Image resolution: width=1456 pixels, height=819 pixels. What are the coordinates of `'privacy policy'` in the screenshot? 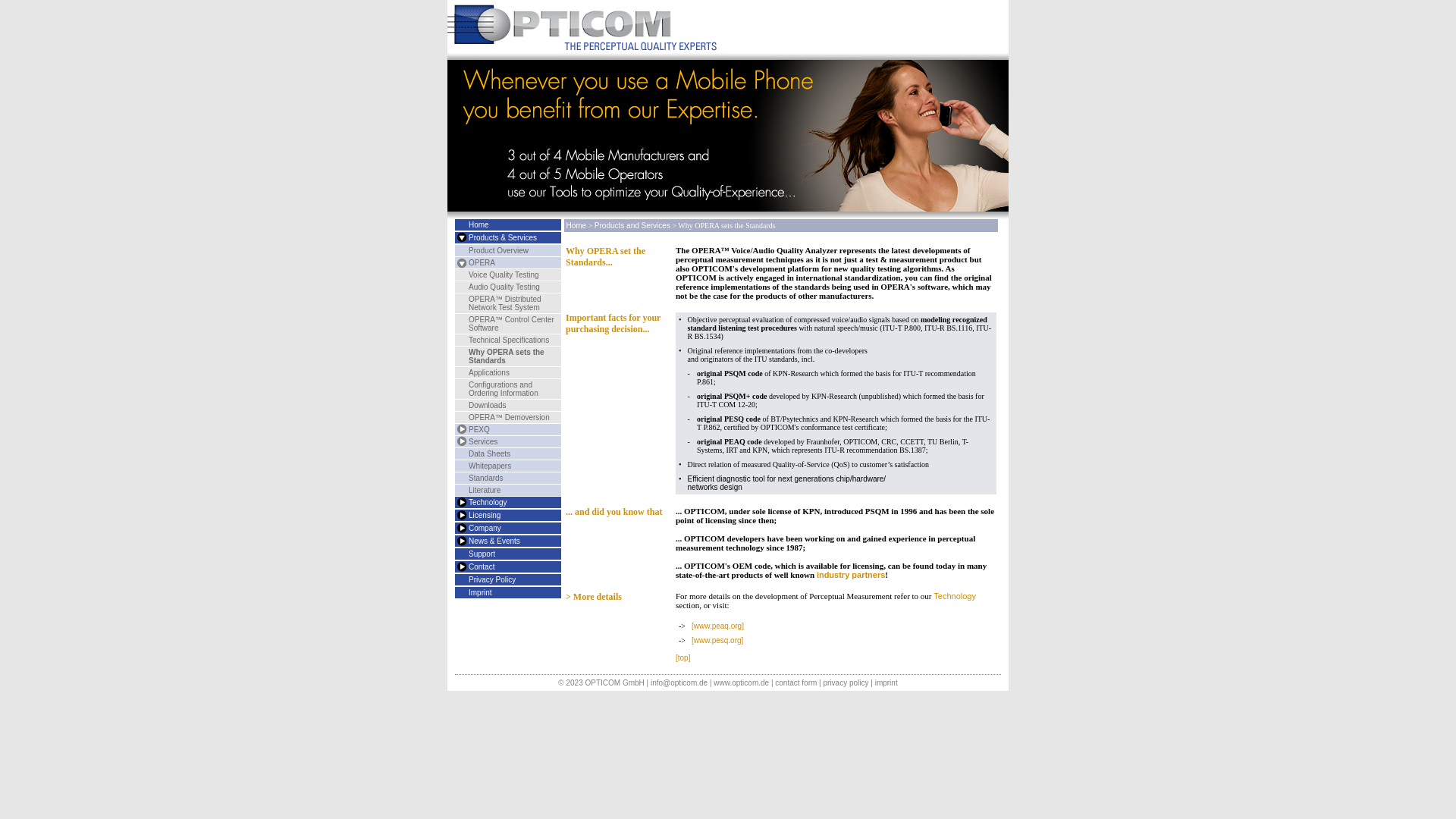 It's located at (844, 682).